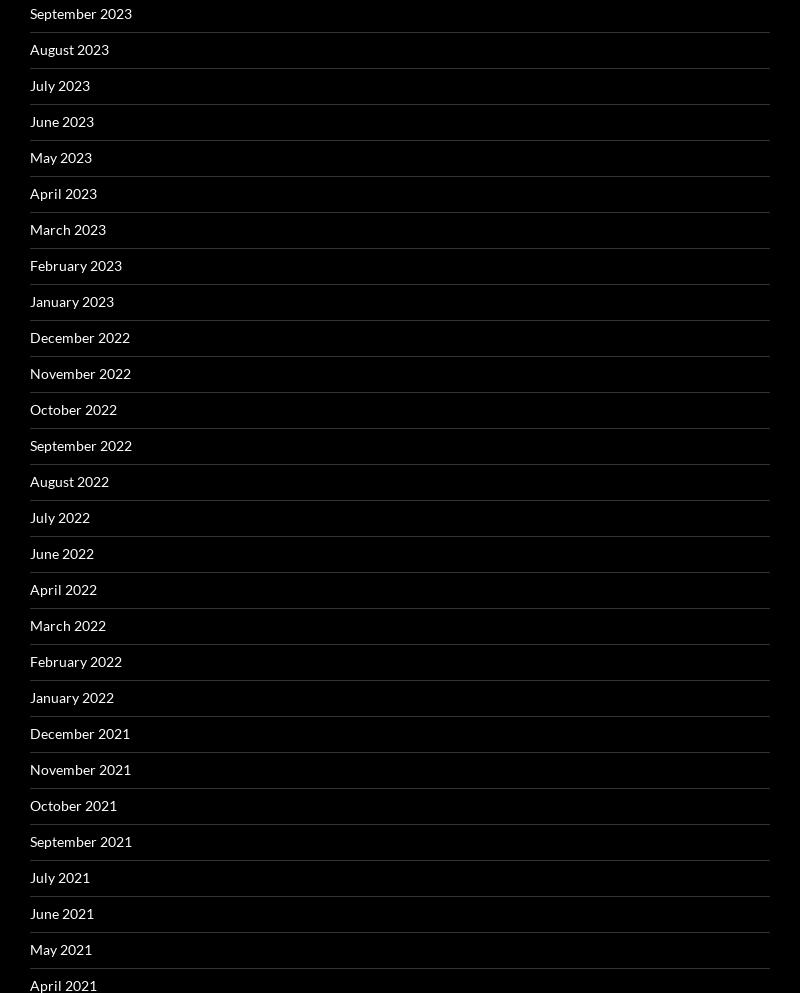  Describe the element at coordinates (59, 155) in the screenshot. I see `'May 2023'` at that location.